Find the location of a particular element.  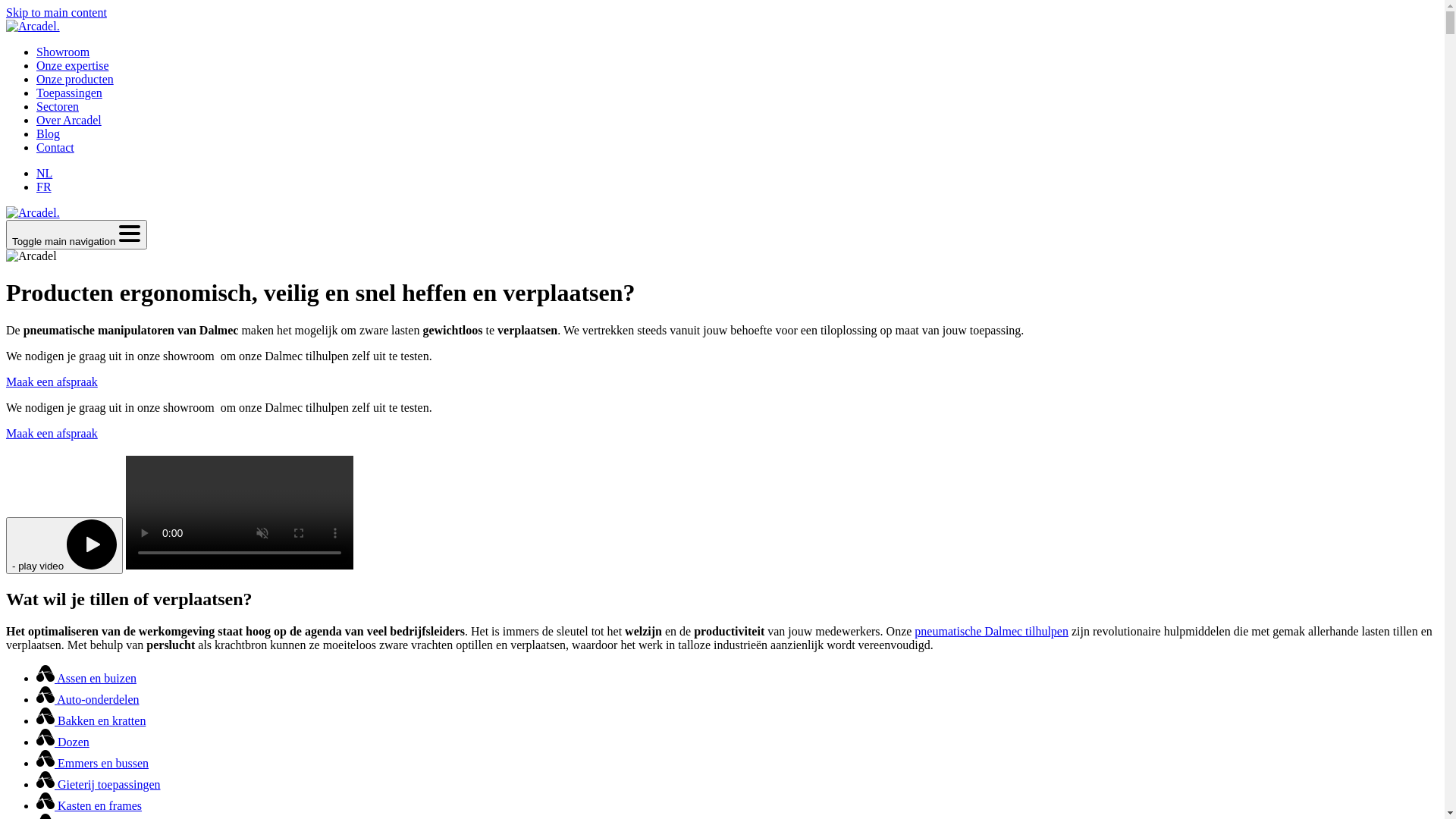

'Emmers en bussen' is located at coordinates (91, 763).